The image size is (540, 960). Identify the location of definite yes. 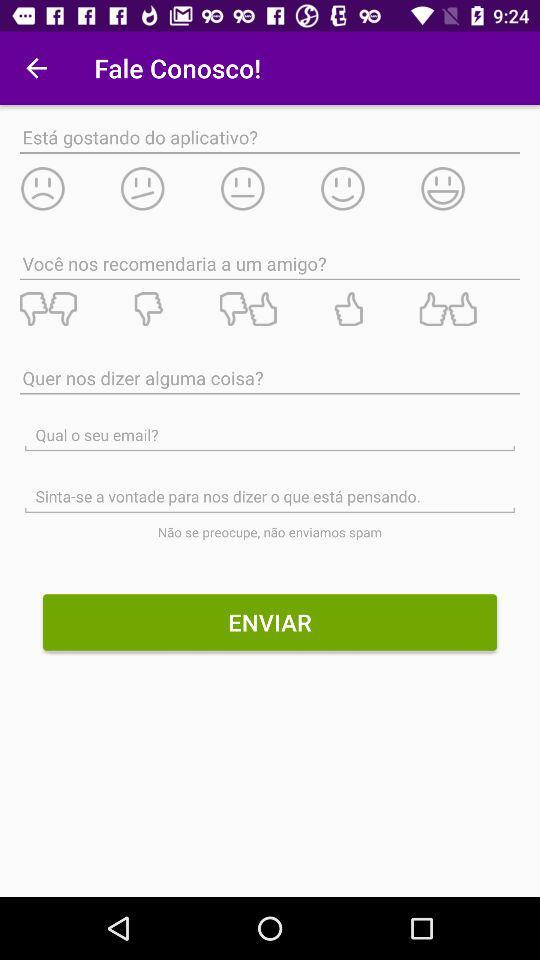
(469, 309).